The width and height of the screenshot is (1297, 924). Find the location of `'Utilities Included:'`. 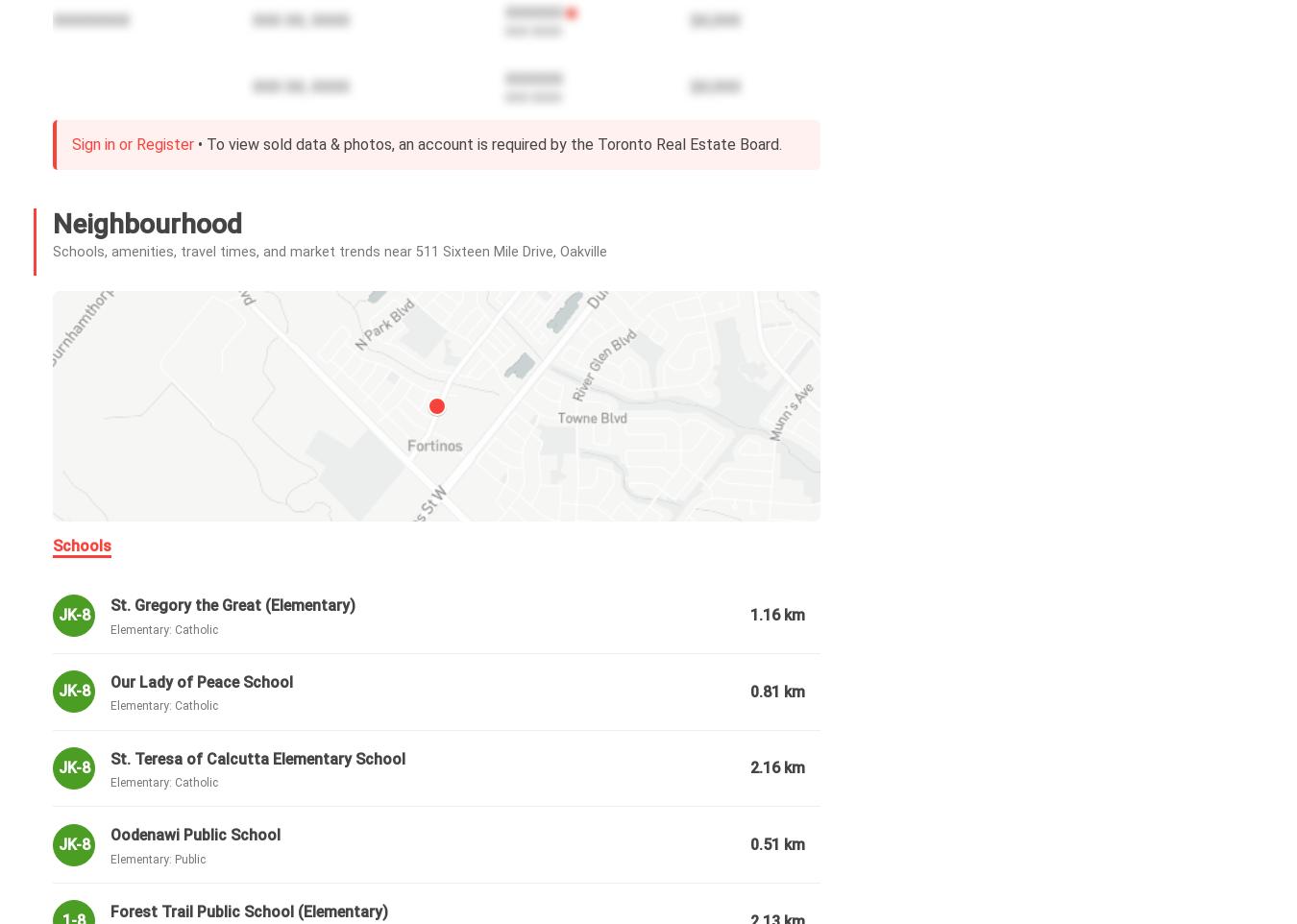

'Utilities Included:' is located at coordinates (51, 568).